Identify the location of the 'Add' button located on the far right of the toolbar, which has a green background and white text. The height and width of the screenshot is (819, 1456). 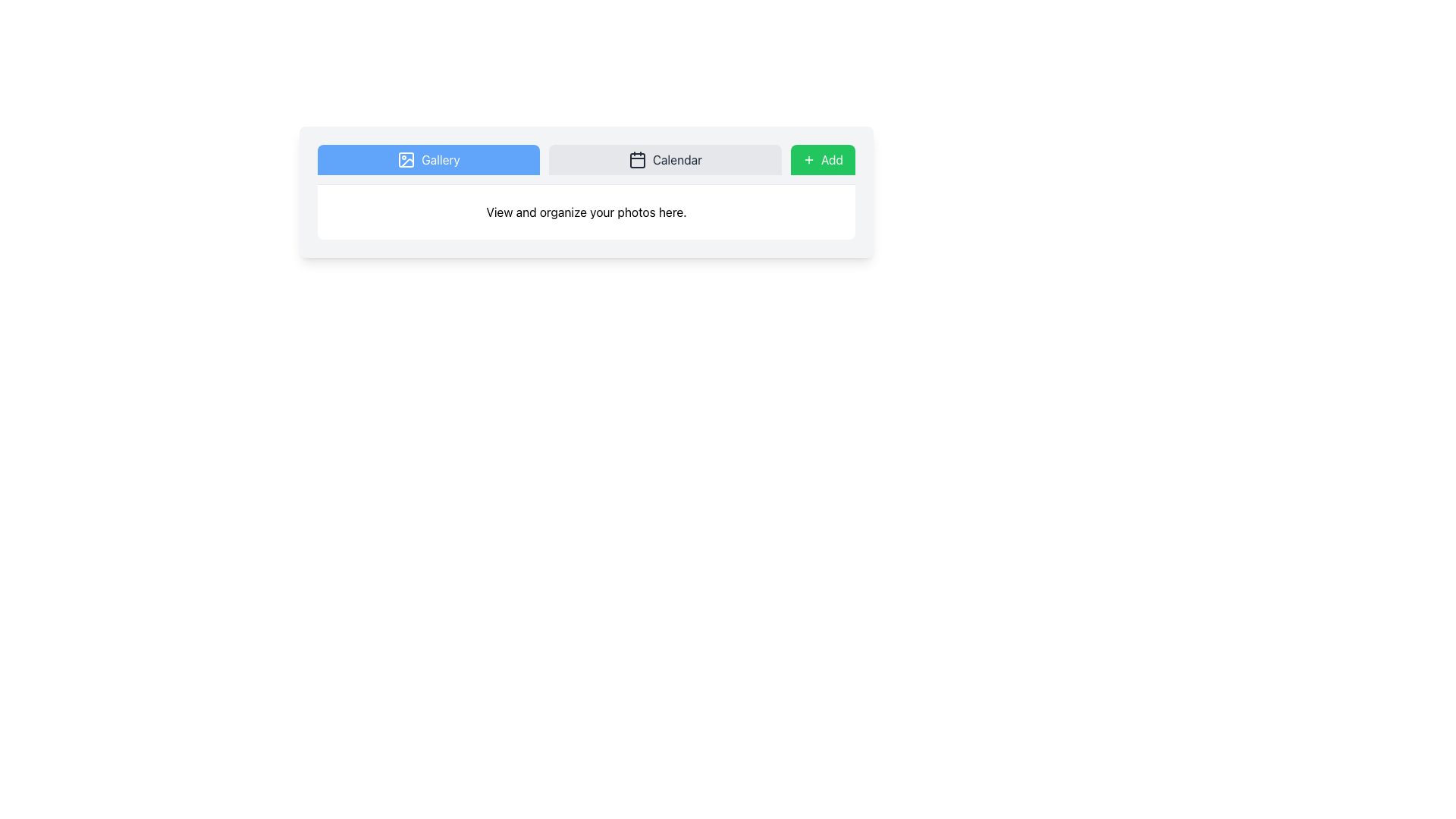
(822, 160).